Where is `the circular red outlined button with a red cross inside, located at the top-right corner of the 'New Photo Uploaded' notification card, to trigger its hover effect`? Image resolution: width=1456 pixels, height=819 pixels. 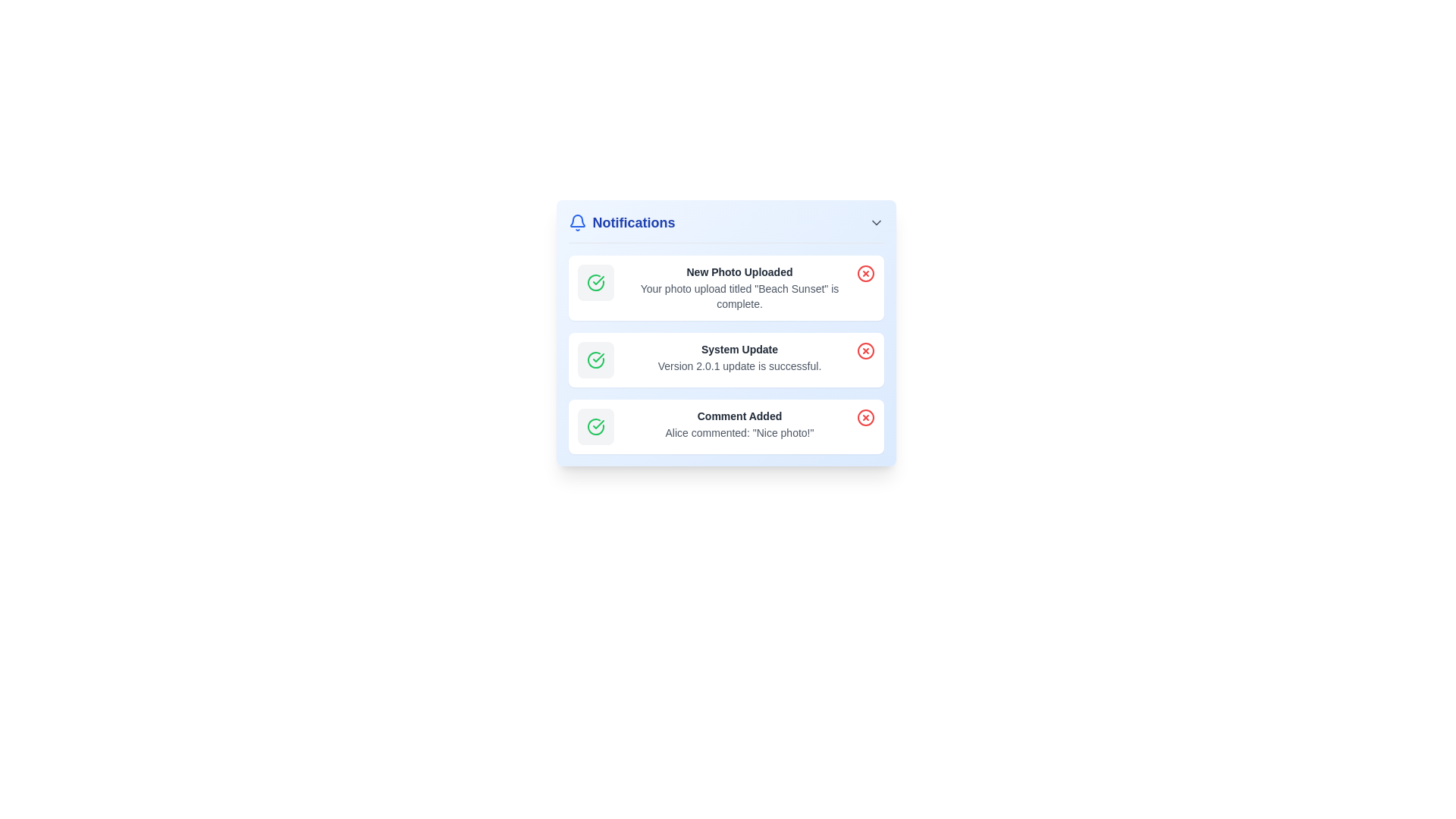 the circular red outlined button with a red cross inside, located at the top-right corner of the 'New Photo Uploaded' notification card, to trigger its hover effect is located at coordinates (865, 274).